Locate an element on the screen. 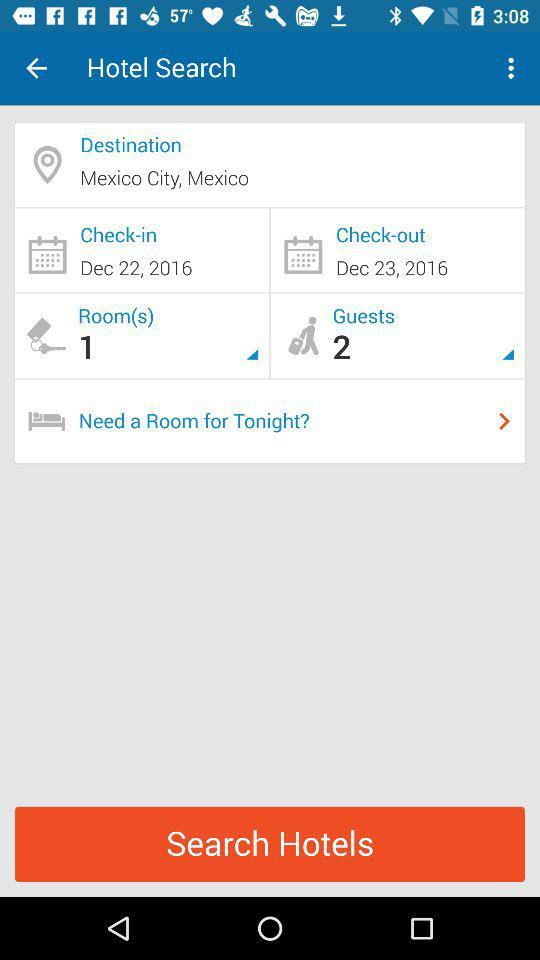  the item next to hotel search is located at coordinates (36, 68).